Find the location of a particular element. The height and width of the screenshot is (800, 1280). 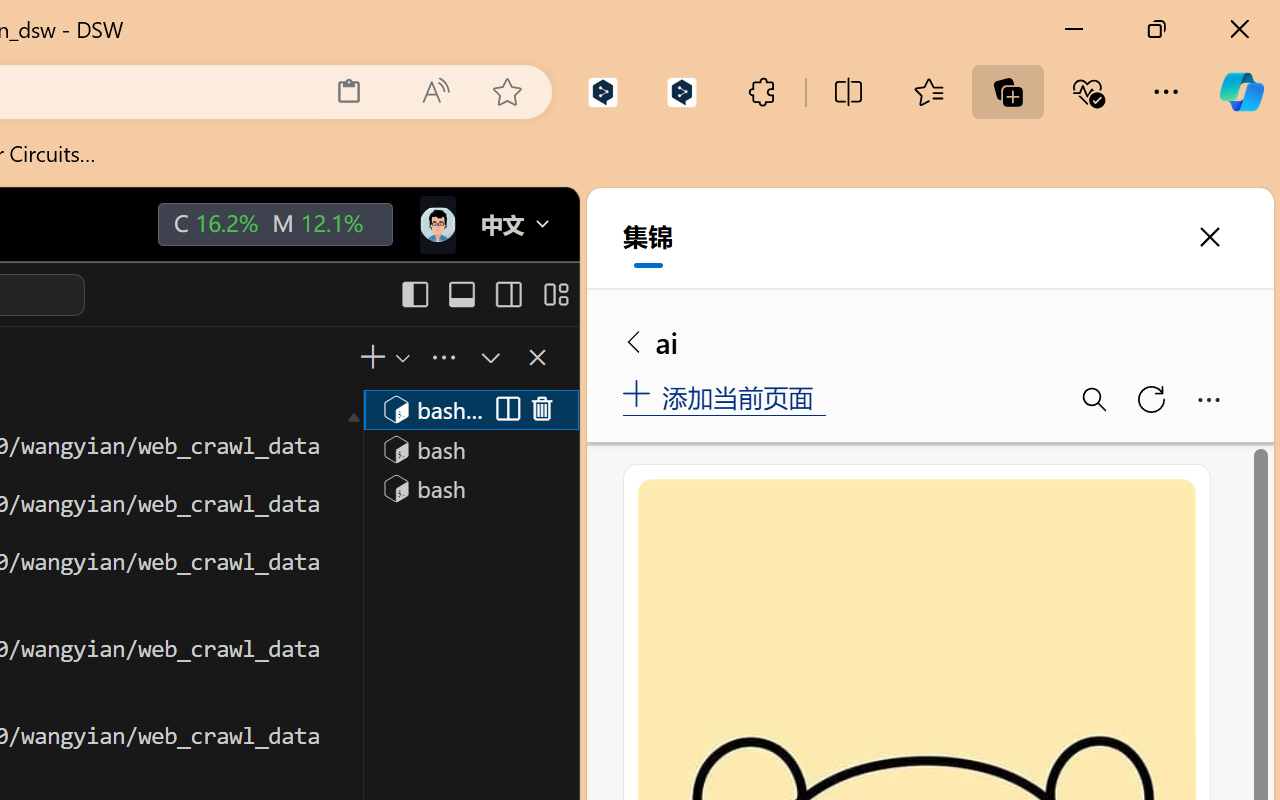

'Split (Ctrl+Shift+5)' is located at coordinates (504, 409).